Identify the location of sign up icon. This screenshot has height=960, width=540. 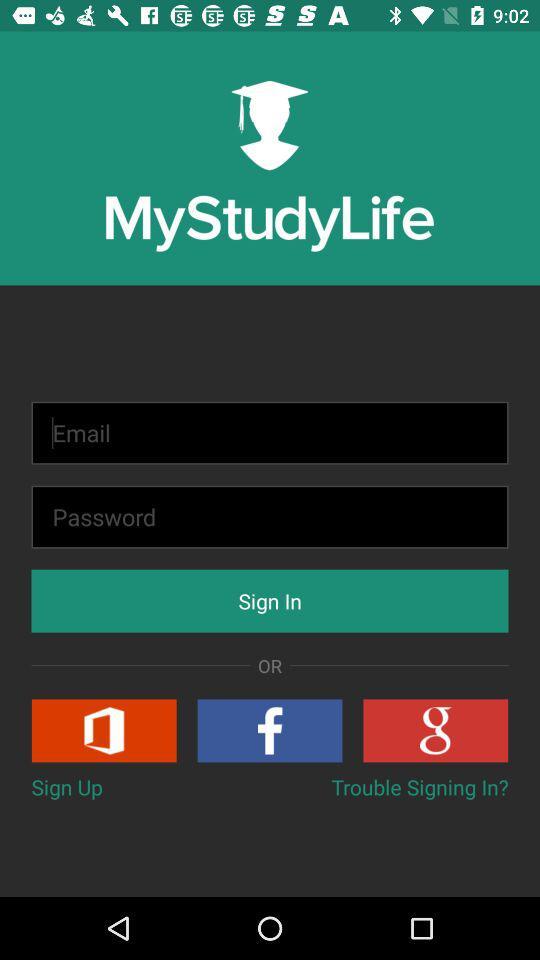
(67, 787).